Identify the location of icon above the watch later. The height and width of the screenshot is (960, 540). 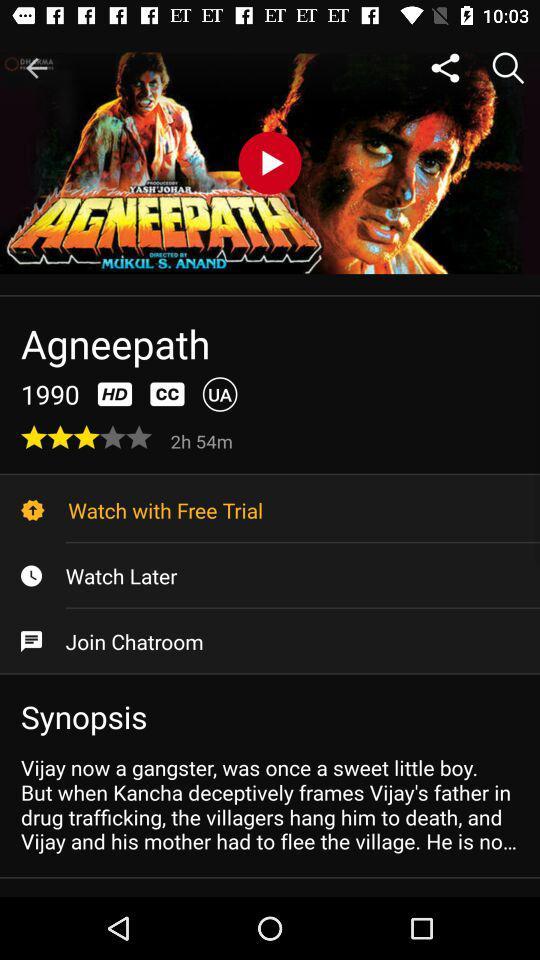
(270, 509).